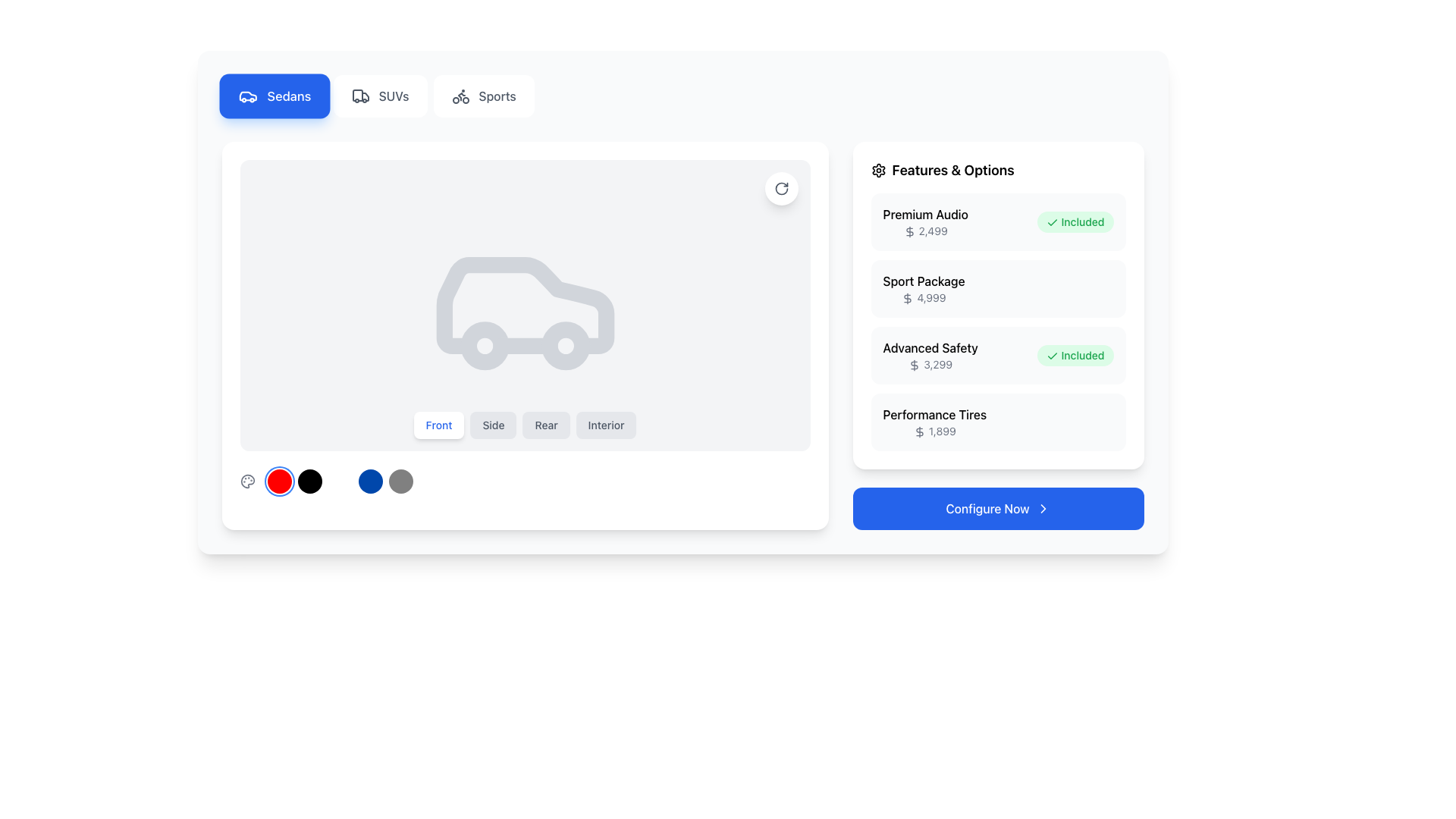  What do you see at coordinates (924, 231) in the screenshot?
I see `the Price Label displaying '2,499' styled in a smaller gray font, which is associated with the 'Premium Audio' feature under 'Features & Options'` at bounding box center [924, 231].